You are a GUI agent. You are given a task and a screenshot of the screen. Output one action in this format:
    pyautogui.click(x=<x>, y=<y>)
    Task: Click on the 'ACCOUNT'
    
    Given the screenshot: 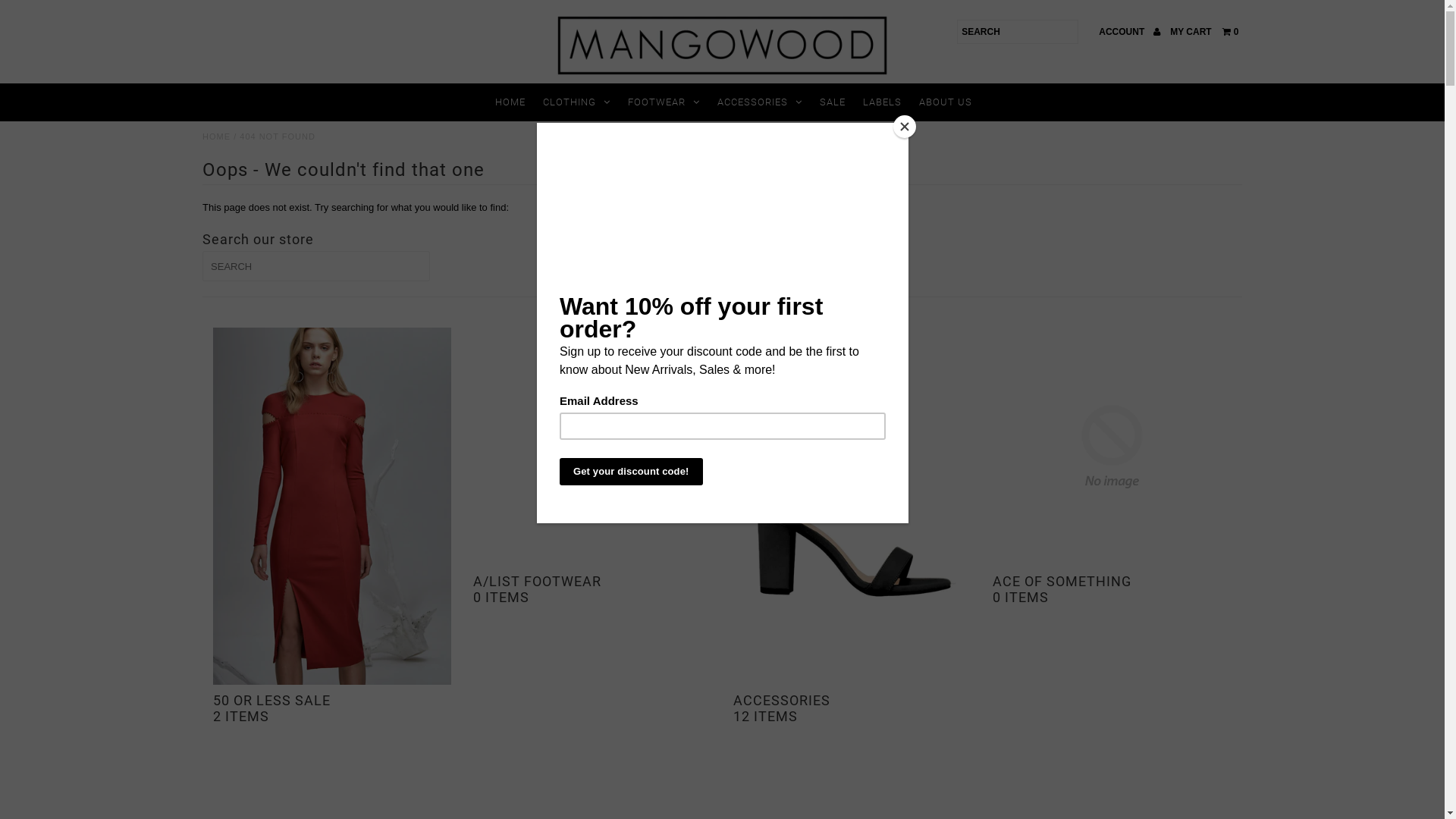 What is the action you would take?
    pyautogui.click(x=1128, y=32)
    